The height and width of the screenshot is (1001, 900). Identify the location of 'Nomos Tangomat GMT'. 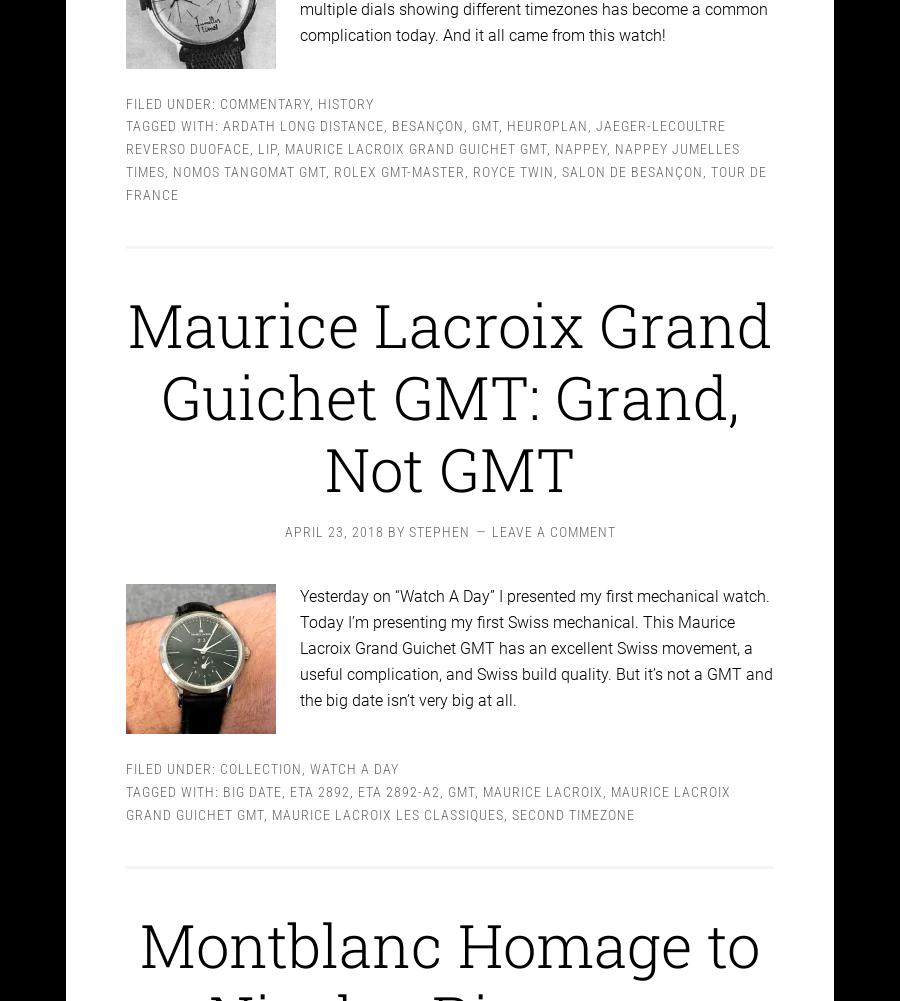
(248, 153).